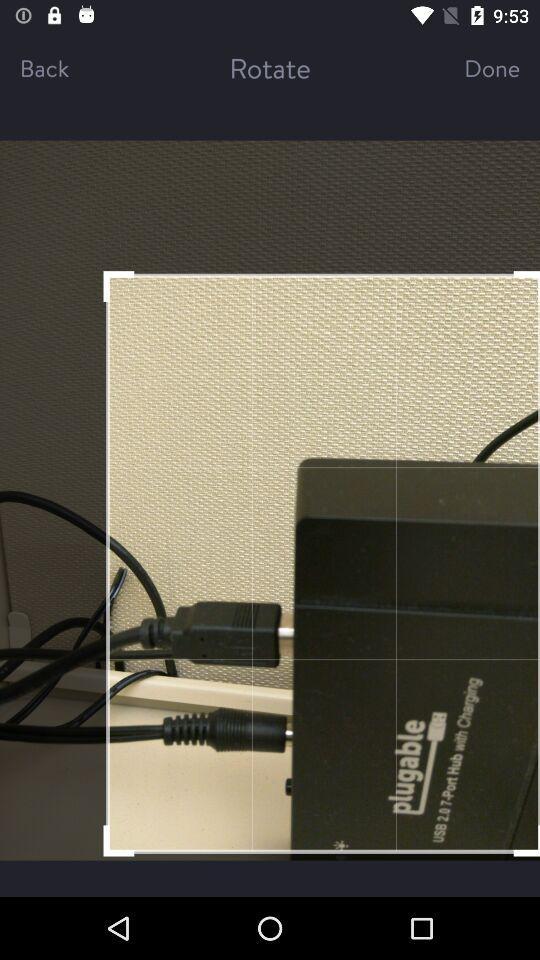 Image resolution: width=540 pixels, height=960 pixels. What do you see at coordinates (270, 67) in the screenshot?
I see `the rotate icon` at bounding box center [270, 67].